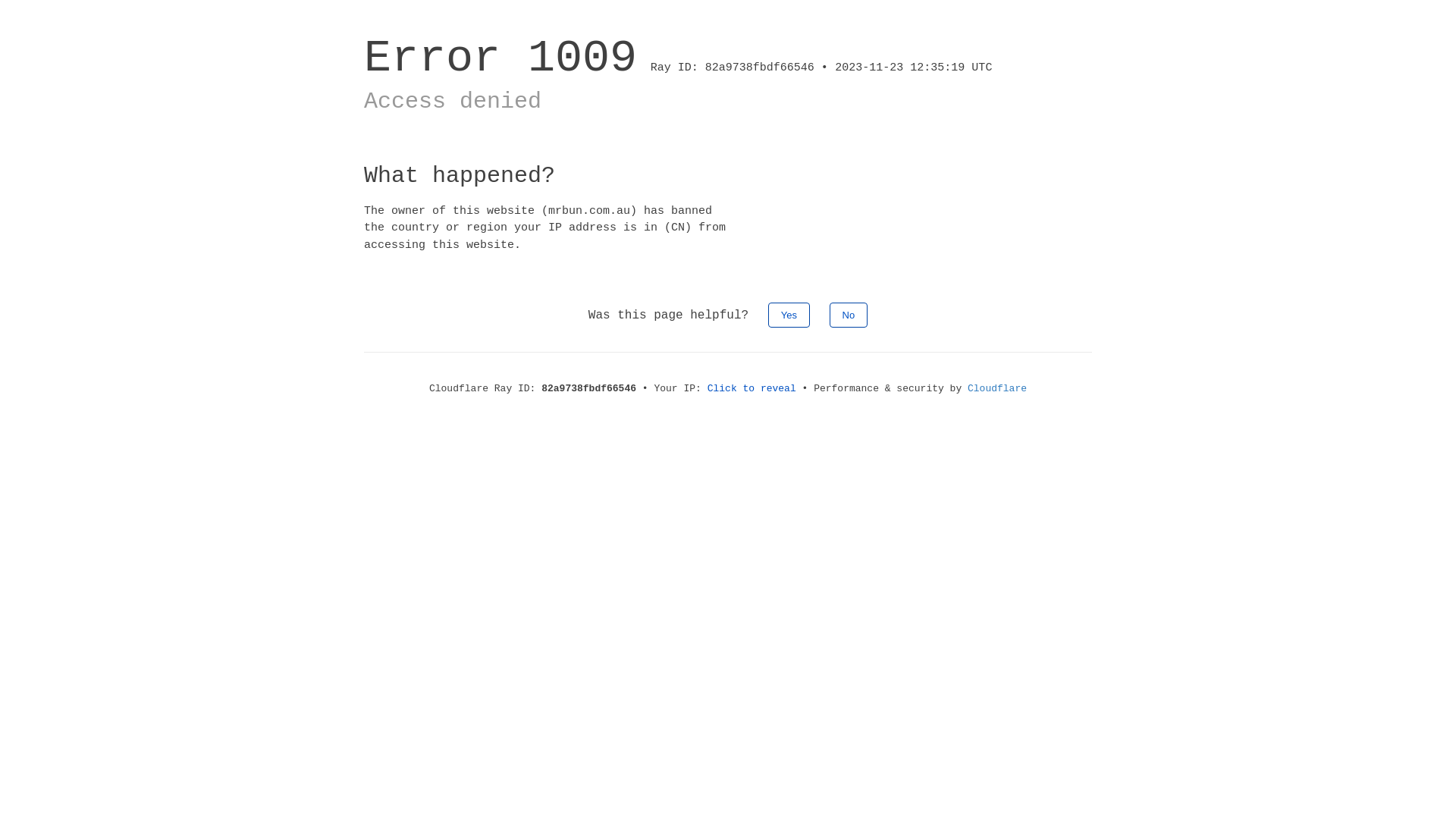 The width and height of the screenshot is (1456, 819). Describe the element at coordinates (752, 388) in the screenshot. I see `'Click to reveal'` at that location.